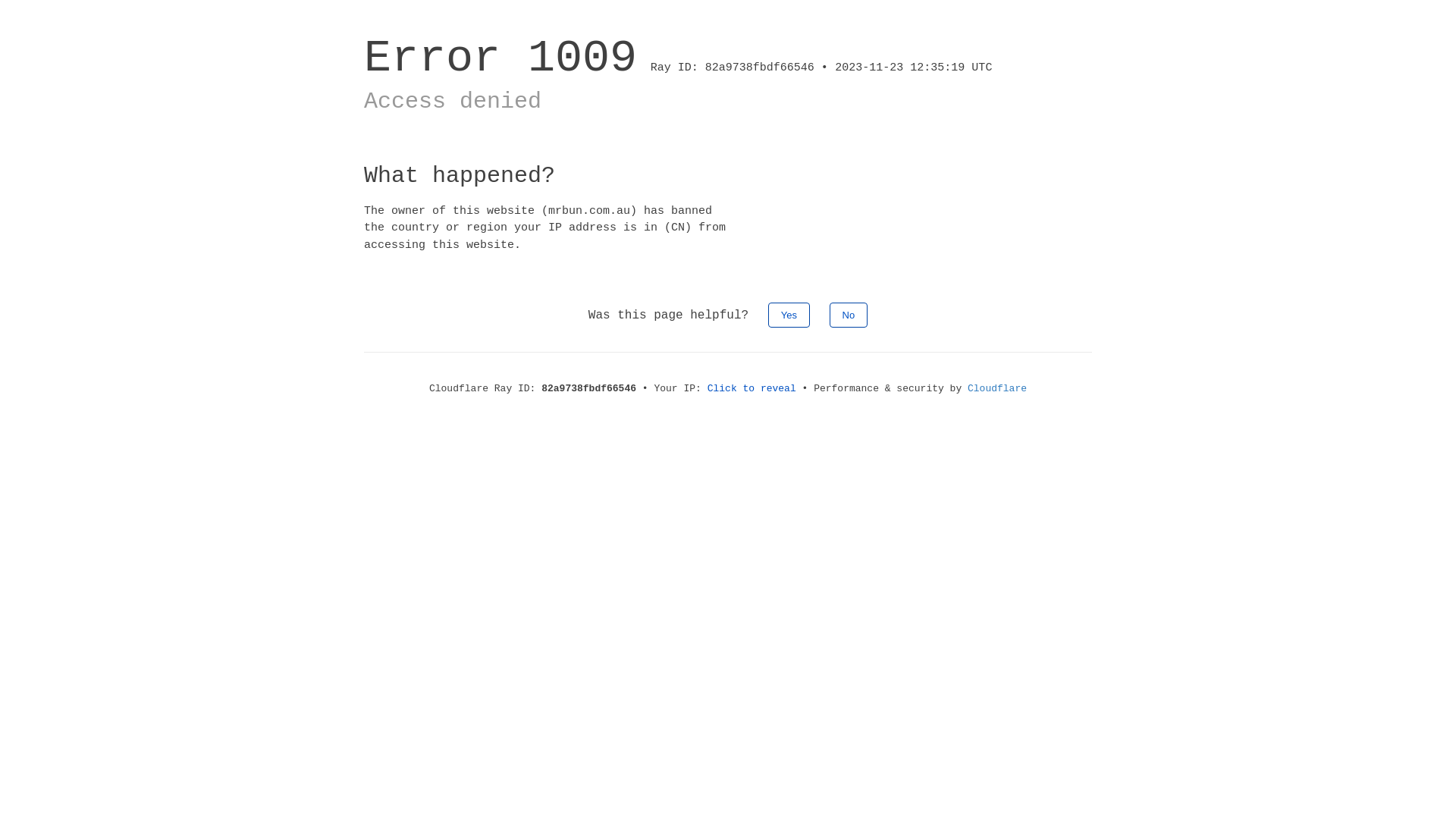 The width and height of the screenshot is (1456, 819). Describe the element at coordinates (752, 388) in the screenshot. I see `'Click to reveal'` at that location.